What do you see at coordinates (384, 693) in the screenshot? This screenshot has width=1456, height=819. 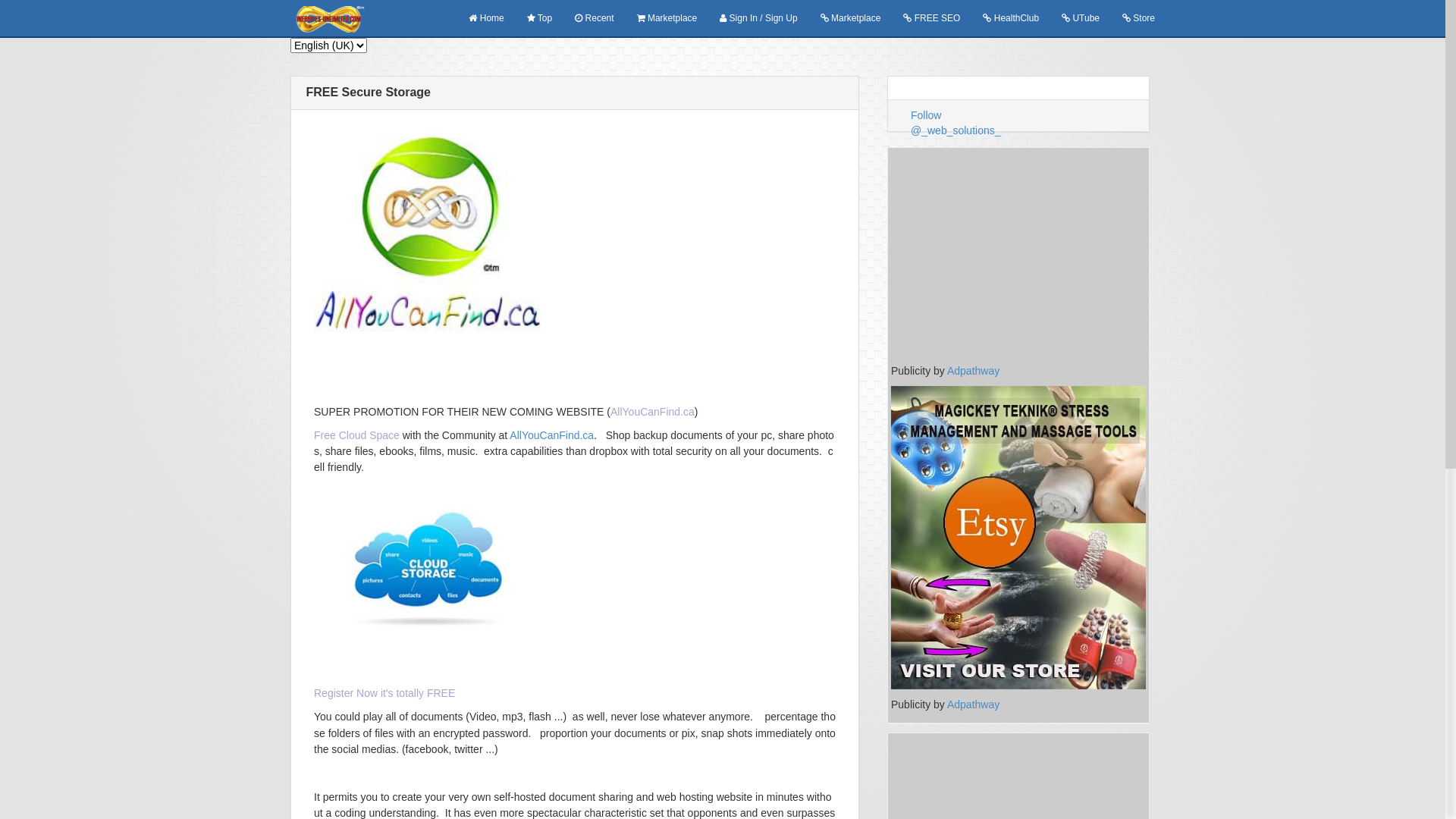 I see `'Register Now it's totally FREE'` at bounding box center [384, 693].